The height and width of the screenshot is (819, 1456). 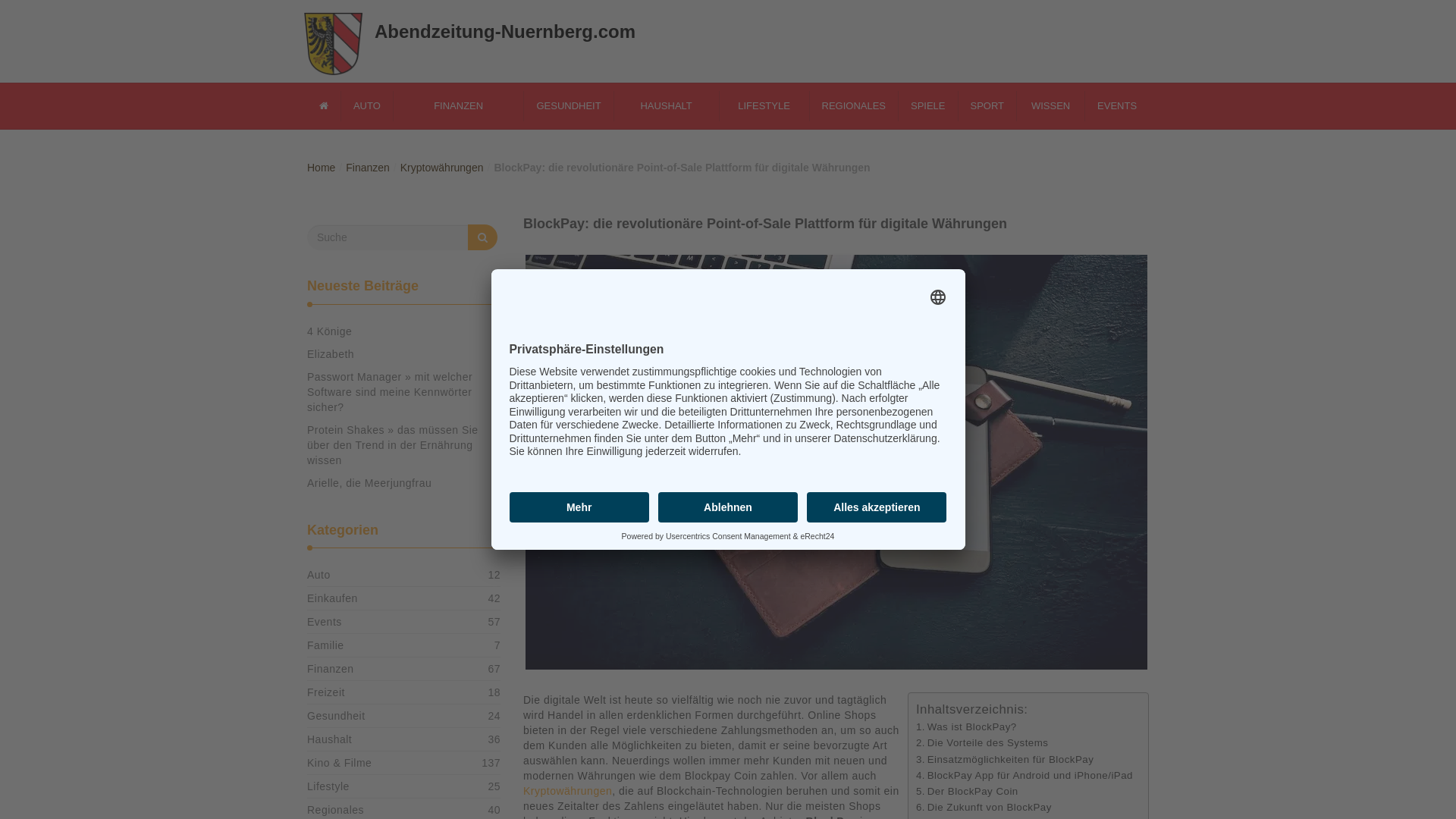 What do you see at coordinates (306, 739) in the screenshot?
I see `'Haushalt` at bounding box center [306, 739].